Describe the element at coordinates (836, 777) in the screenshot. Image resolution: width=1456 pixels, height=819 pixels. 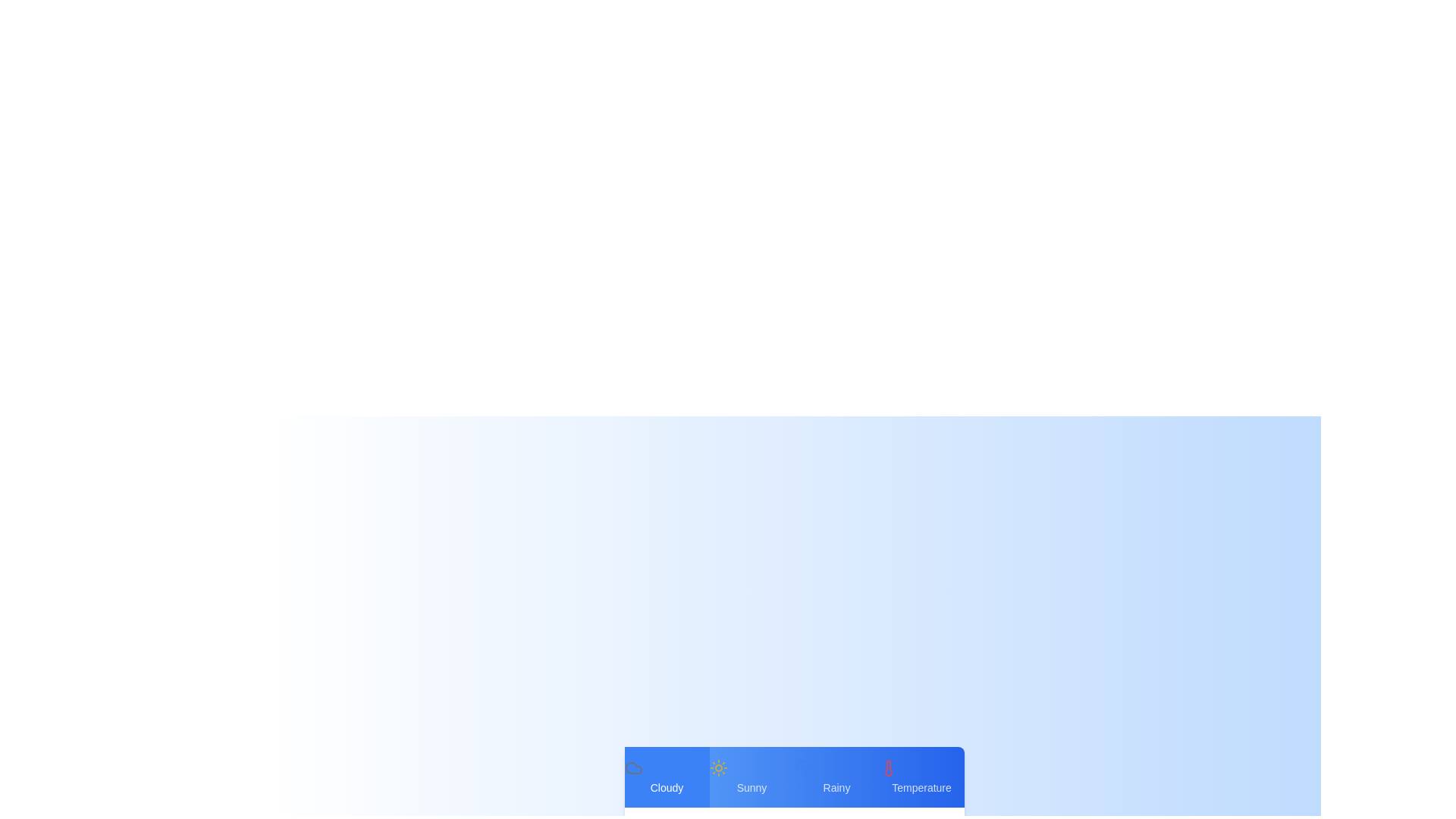
I see `the Rainy weather tab` at that location.